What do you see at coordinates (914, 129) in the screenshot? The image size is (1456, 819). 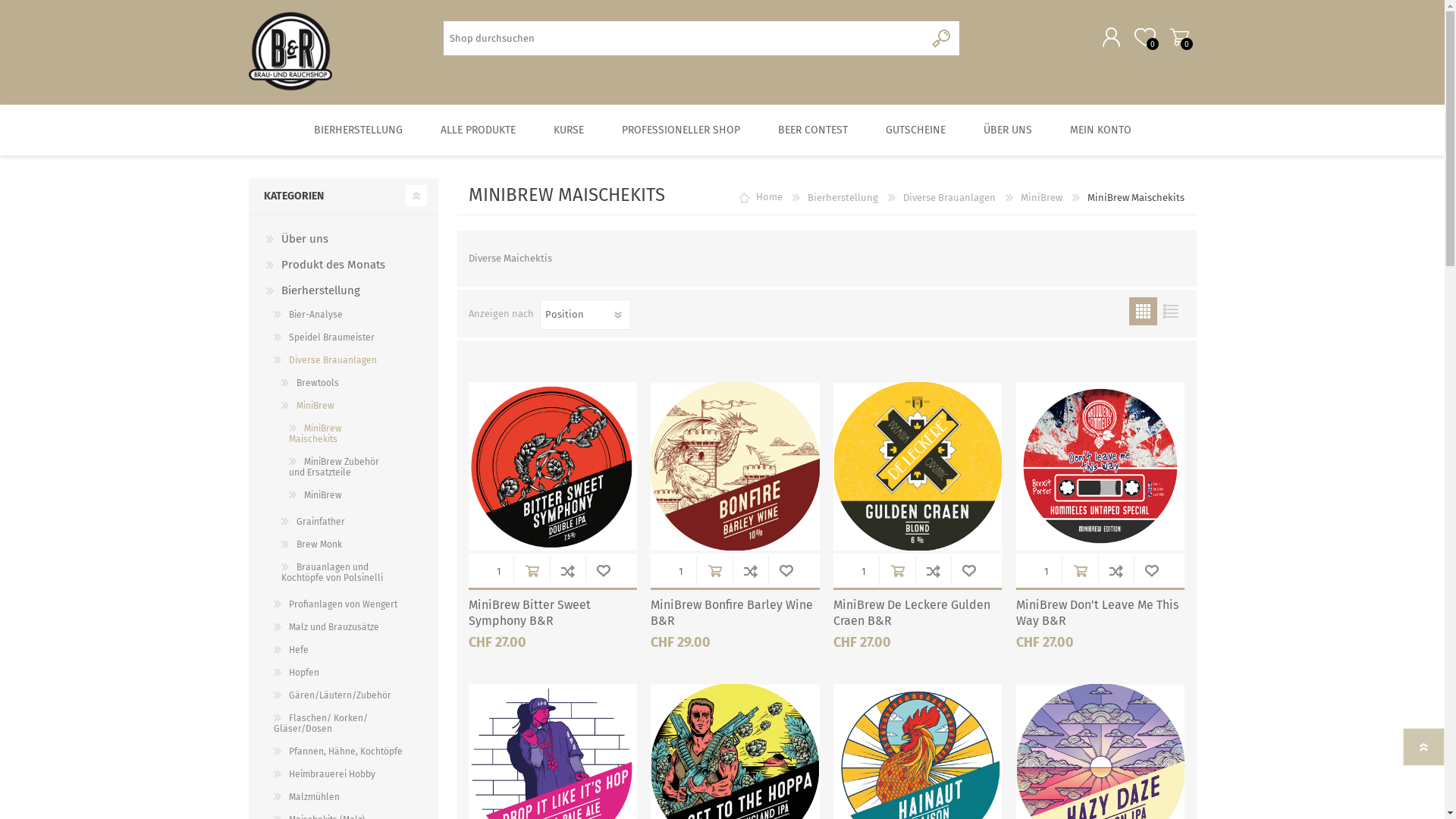 I see `'GUTSCHEINE'` at bounding box center [914, 129].